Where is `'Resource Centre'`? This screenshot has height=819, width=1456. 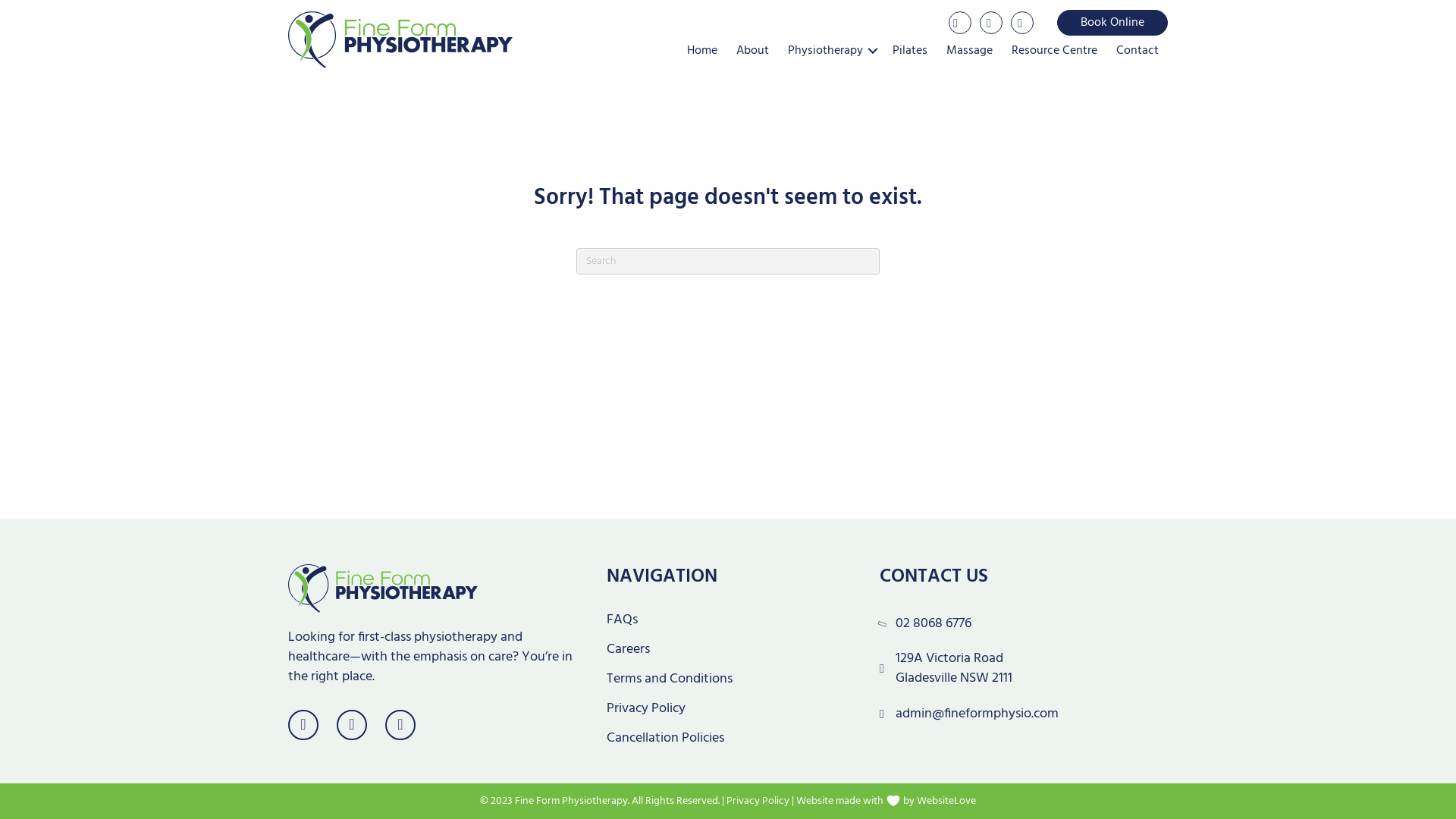
'Resource Centre' is located at coordinates (1002, 49).